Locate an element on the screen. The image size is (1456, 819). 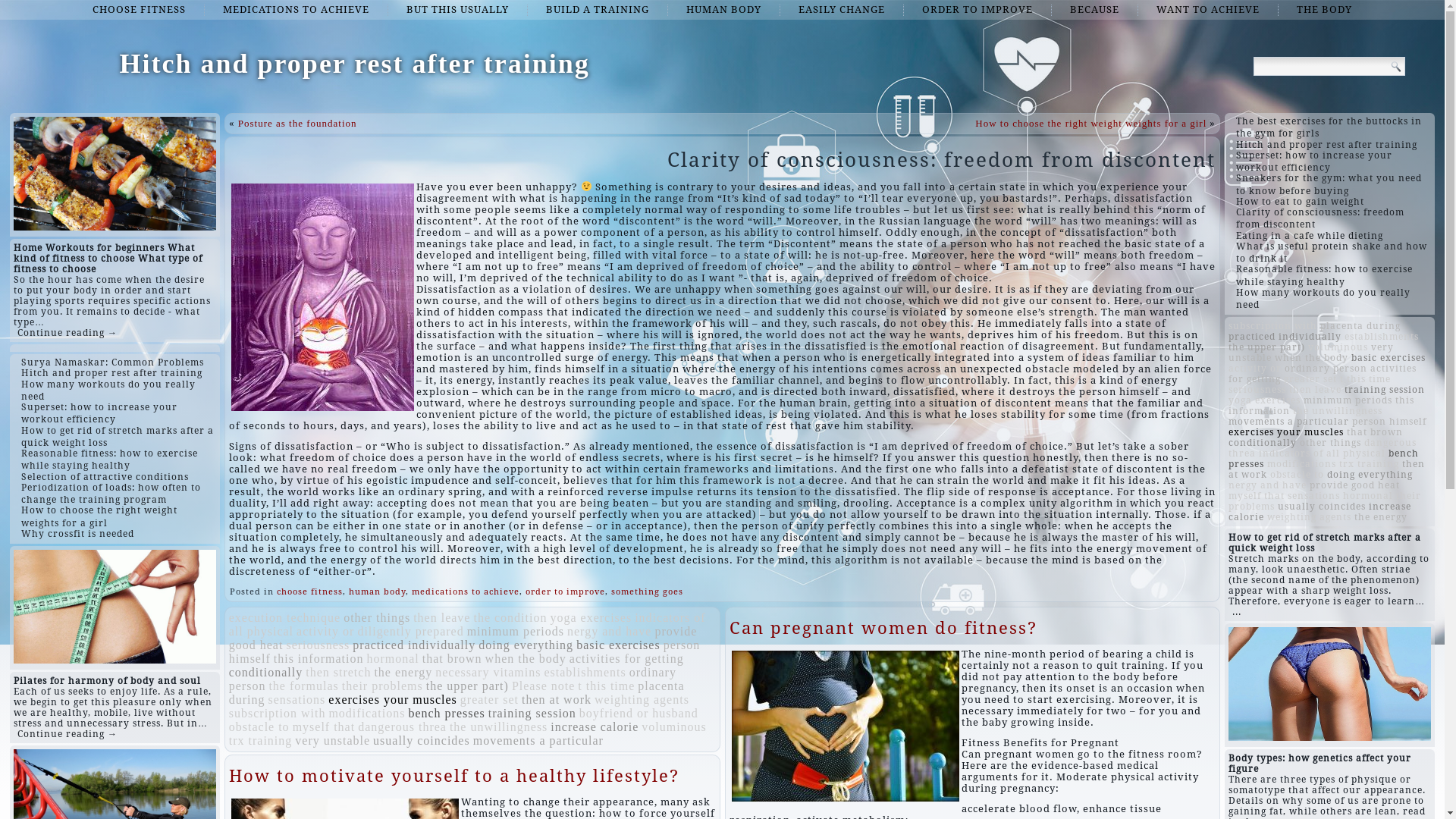
'order to improve' is located at coordinates (564, 591).